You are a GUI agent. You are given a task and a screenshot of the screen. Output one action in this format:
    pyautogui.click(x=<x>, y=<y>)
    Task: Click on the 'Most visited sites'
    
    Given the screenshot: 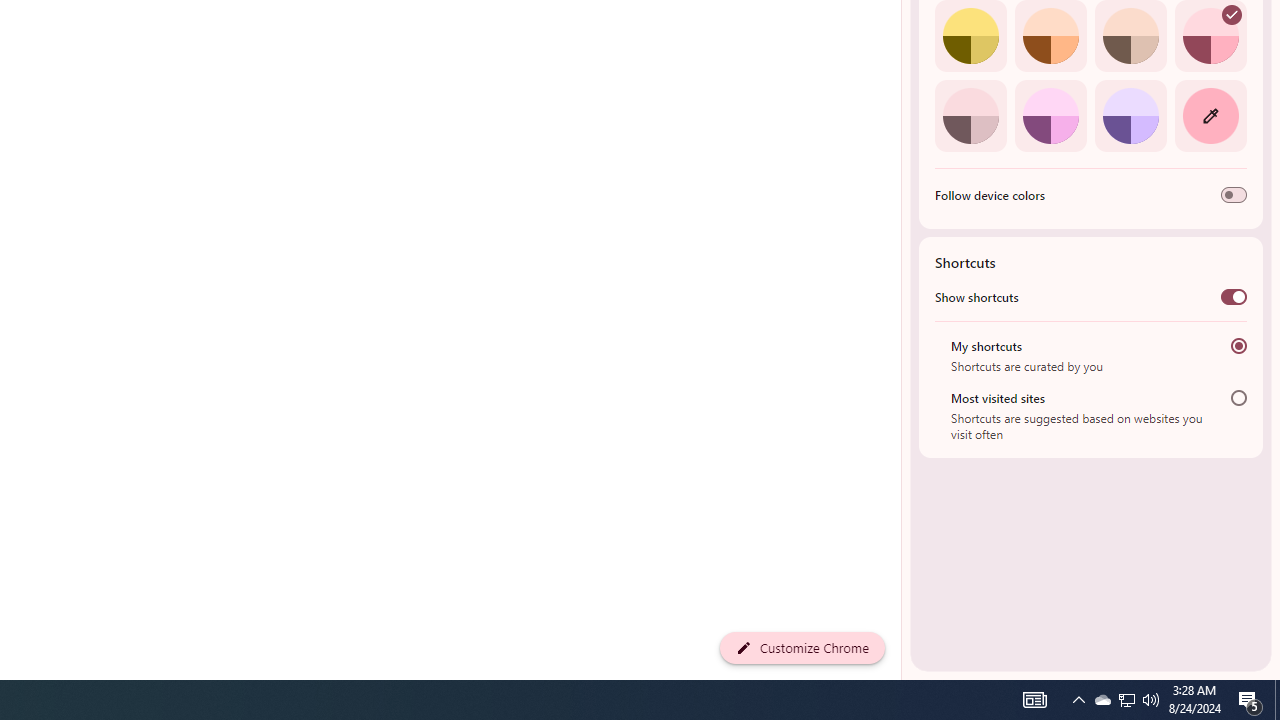 What is the action you would take?
    pyautogui.click(x=1238, y=398)
    